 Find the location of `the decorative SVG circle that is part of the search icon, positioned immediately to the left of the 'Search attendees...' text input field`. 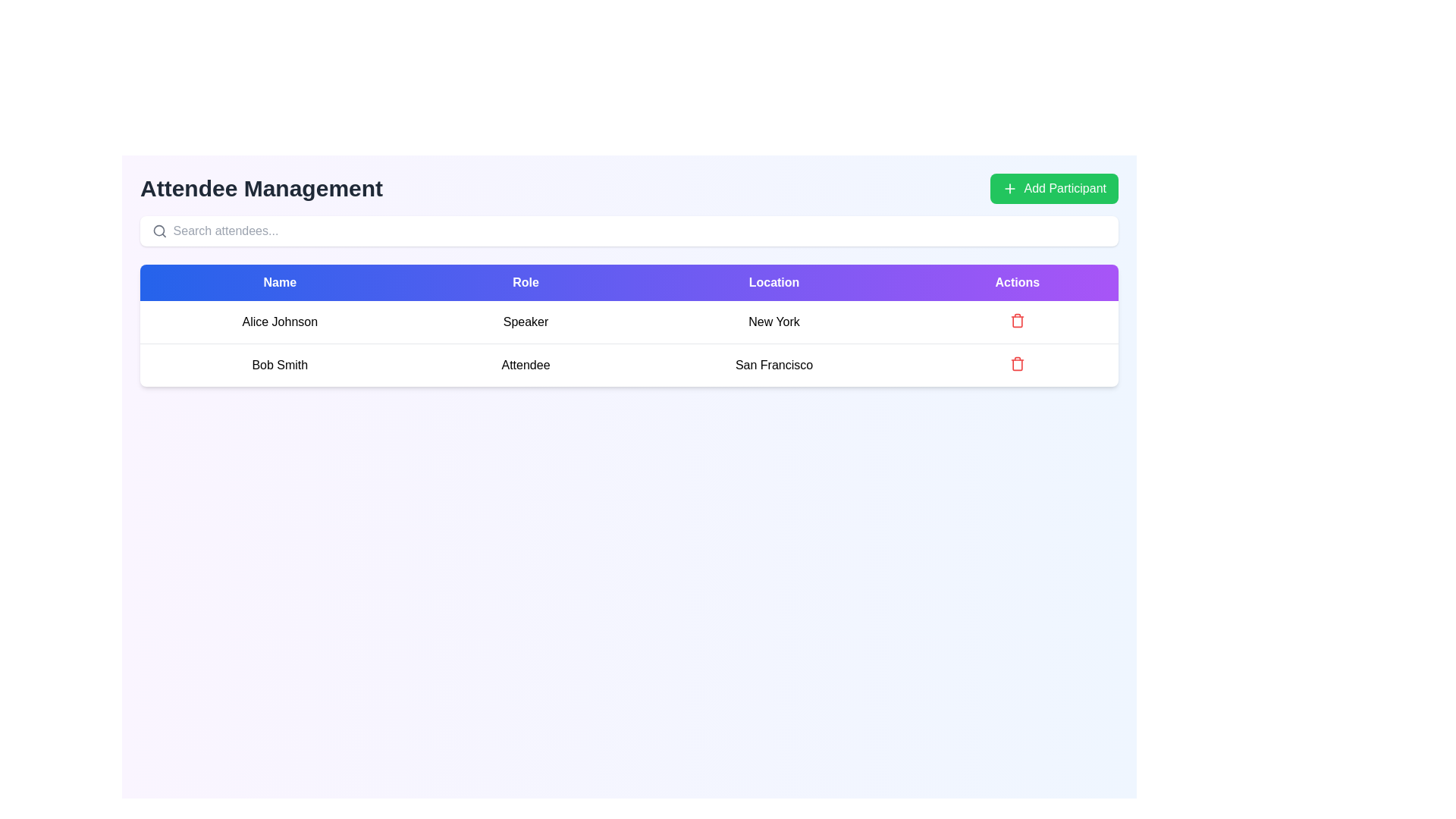

the decorative SVG circle that is part of the search icon, positioned immediately to the left of the 'Search attendees...' text input field is located at coordinates (159, 231).